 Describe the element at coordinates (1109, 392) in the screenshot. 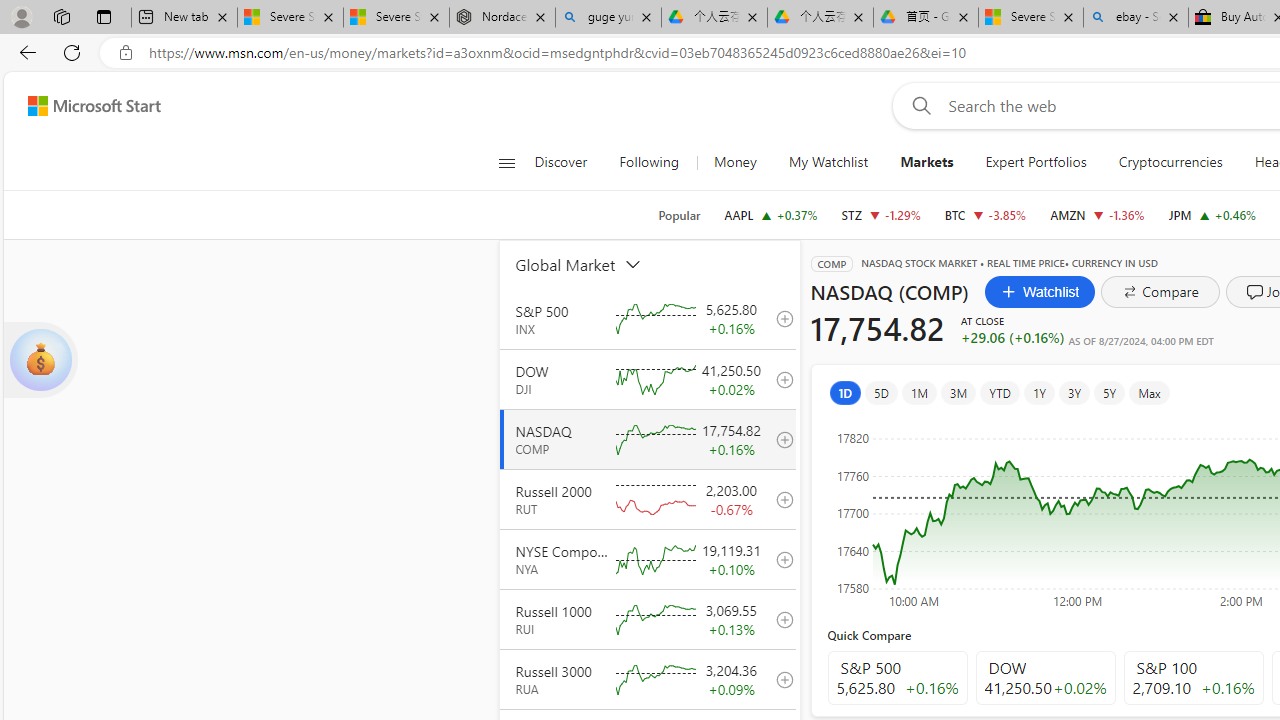

I see `'5Y'` at that location.